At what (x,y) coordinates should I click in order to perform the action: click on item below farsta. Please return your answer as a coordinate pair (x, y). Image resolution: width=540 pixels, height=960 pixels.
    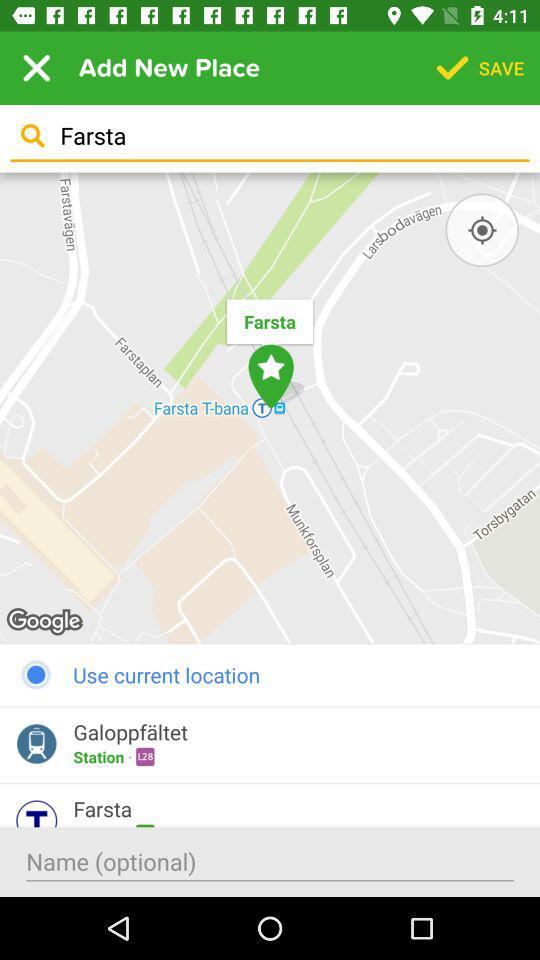
    Looking at the image, I should click on (481, 230).